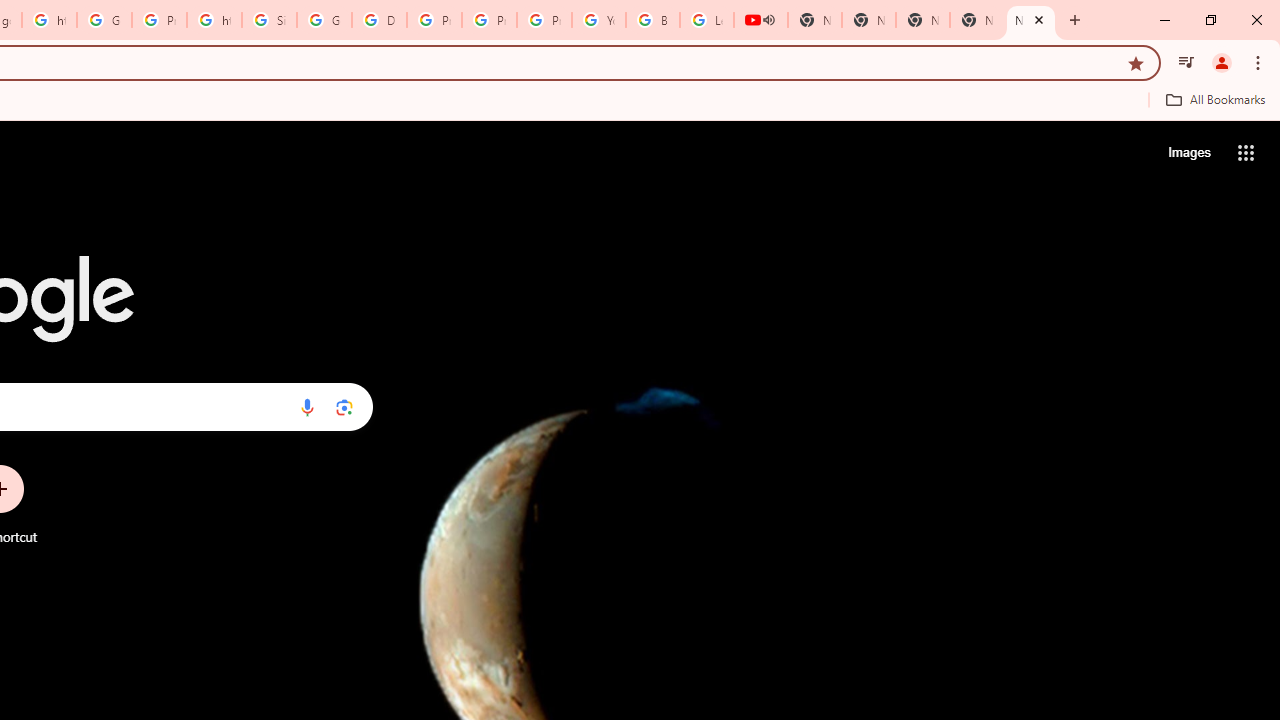  I want to click on 'YouTube', so click(598, 20).